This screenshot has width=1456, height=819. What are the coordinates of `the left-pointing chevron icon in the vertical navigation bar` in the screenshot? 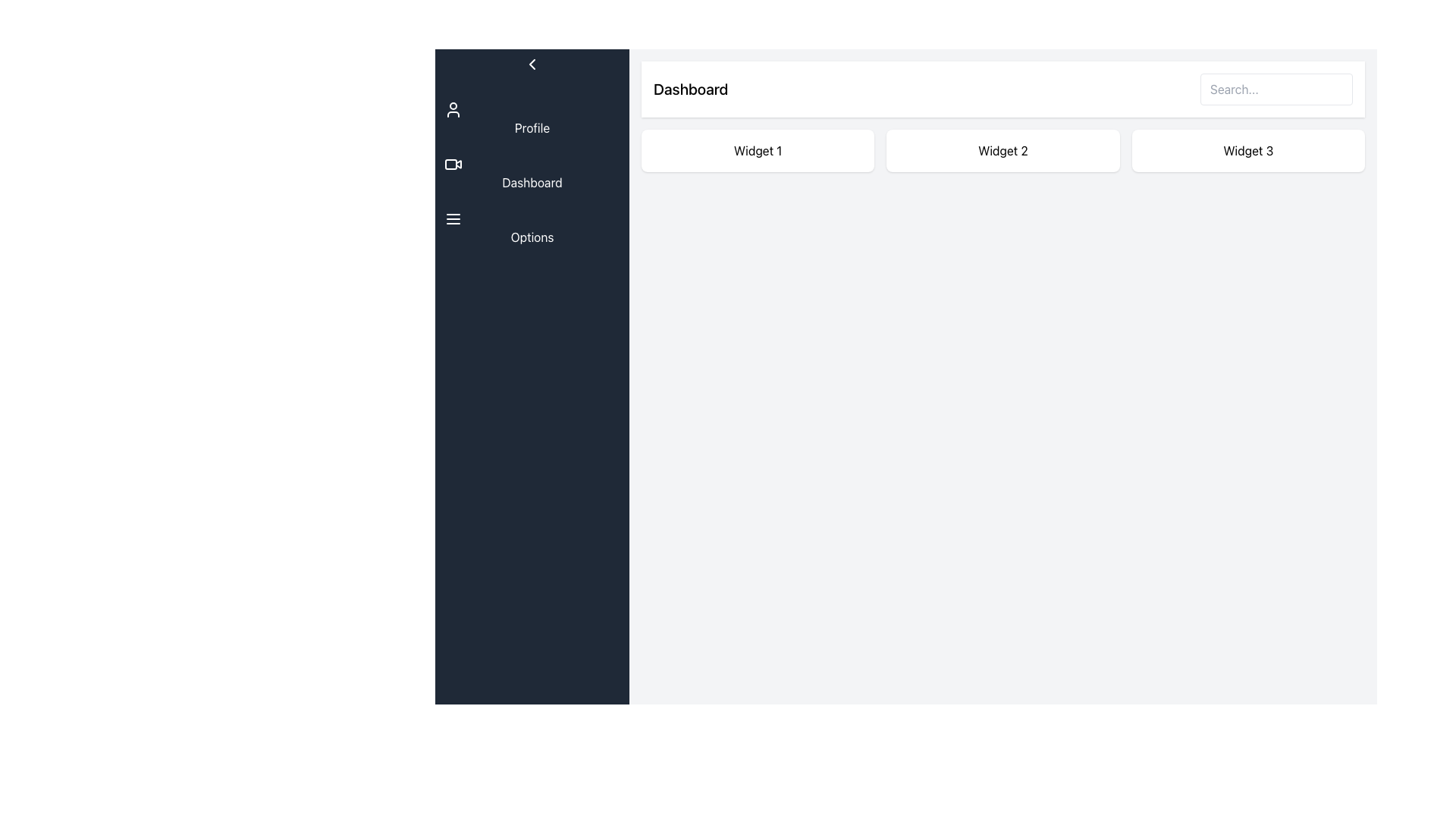 It's located at (532, 63).